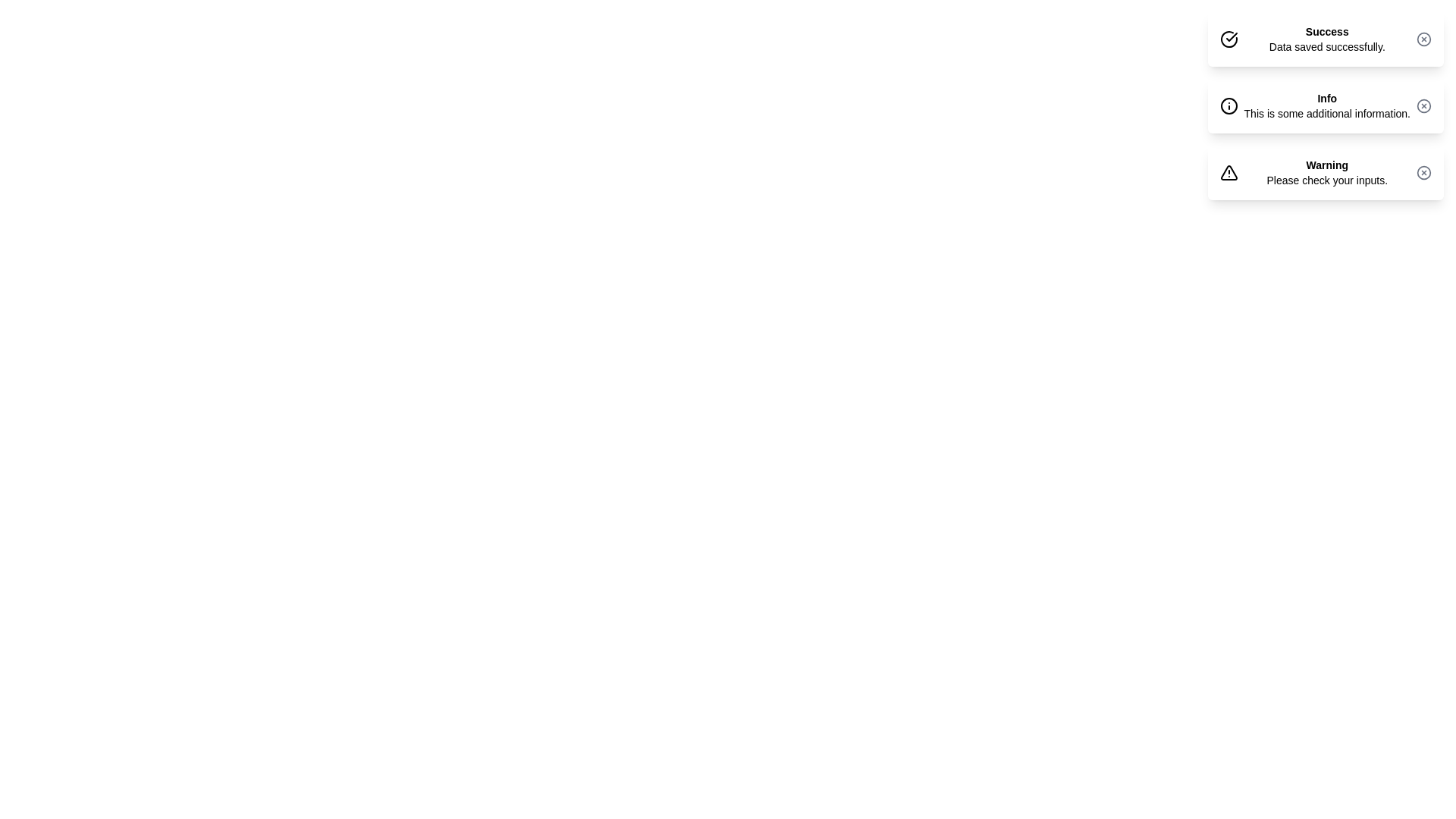  What do you see at coordinates (1423, 171) in the screenshot?
I see `the SVG circle element that forms the base circular outline of the close icon located at the bottom-right of the notice panel` at bounding box center [1423, 171].